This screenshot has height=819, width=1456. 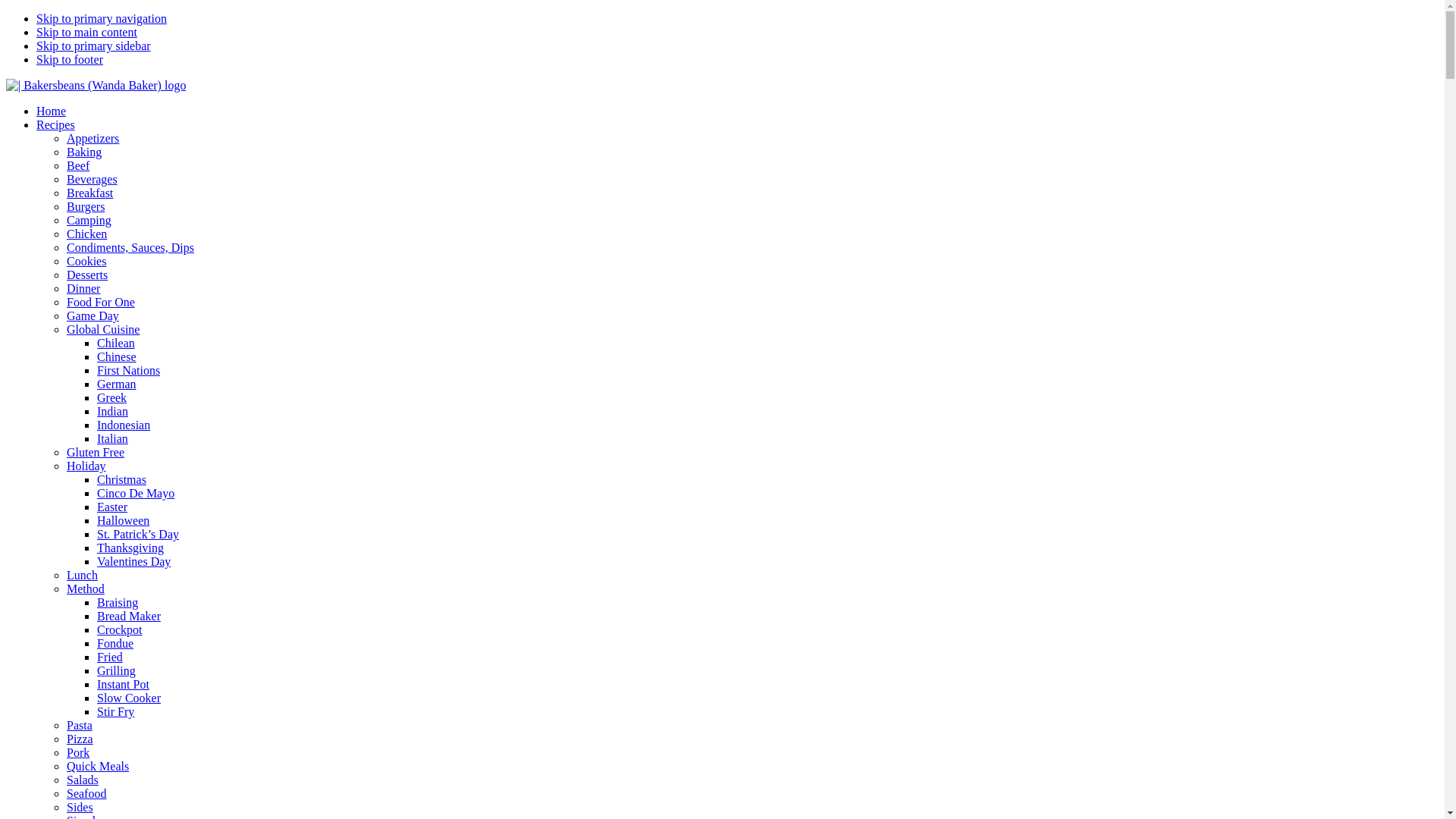 I want to click on 'Holiday', so click(x=86, y=465).